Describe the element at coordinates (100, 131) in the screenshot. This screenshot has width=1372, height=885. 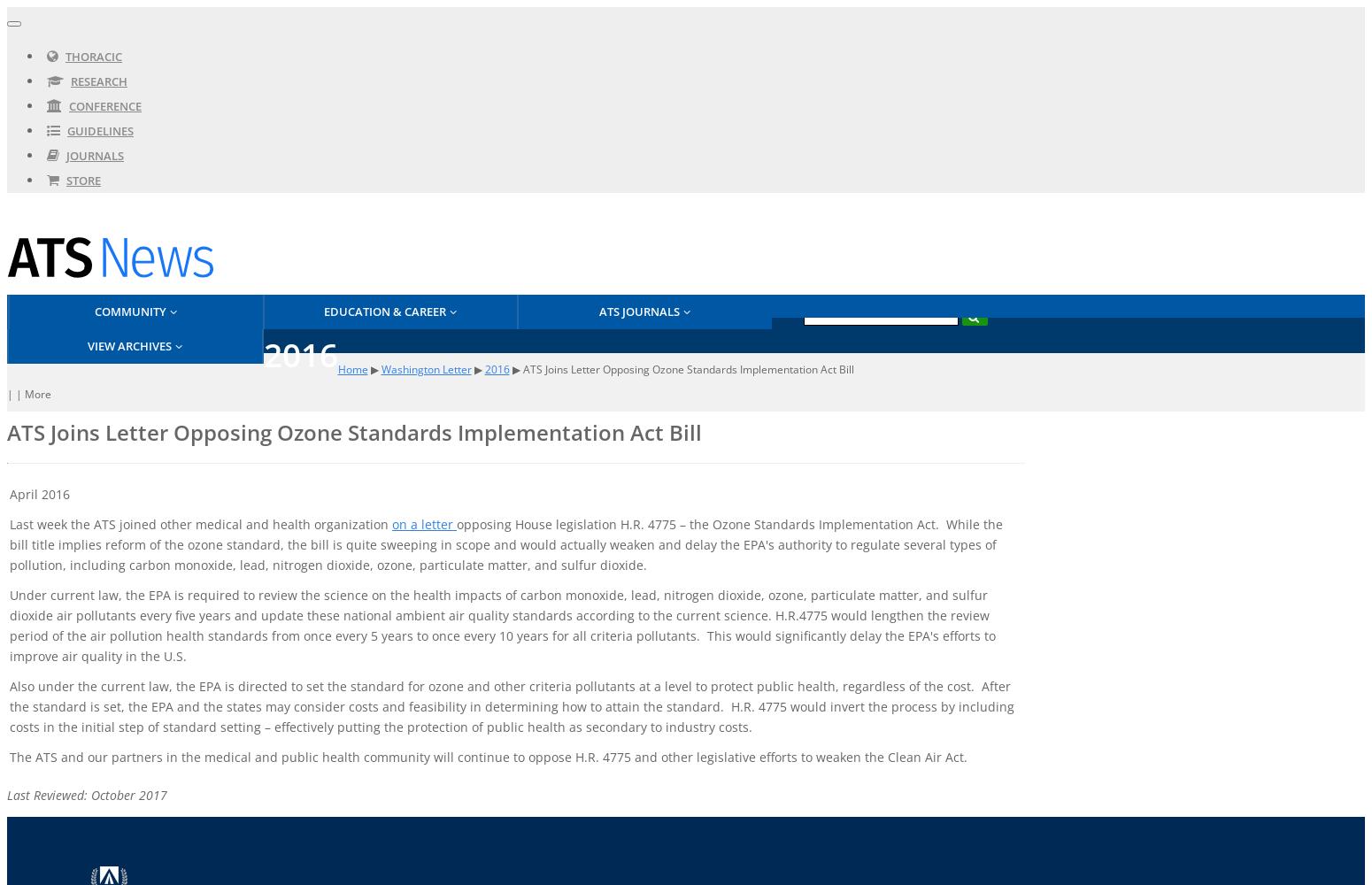
I see `'GUIDELINES'` at that location.